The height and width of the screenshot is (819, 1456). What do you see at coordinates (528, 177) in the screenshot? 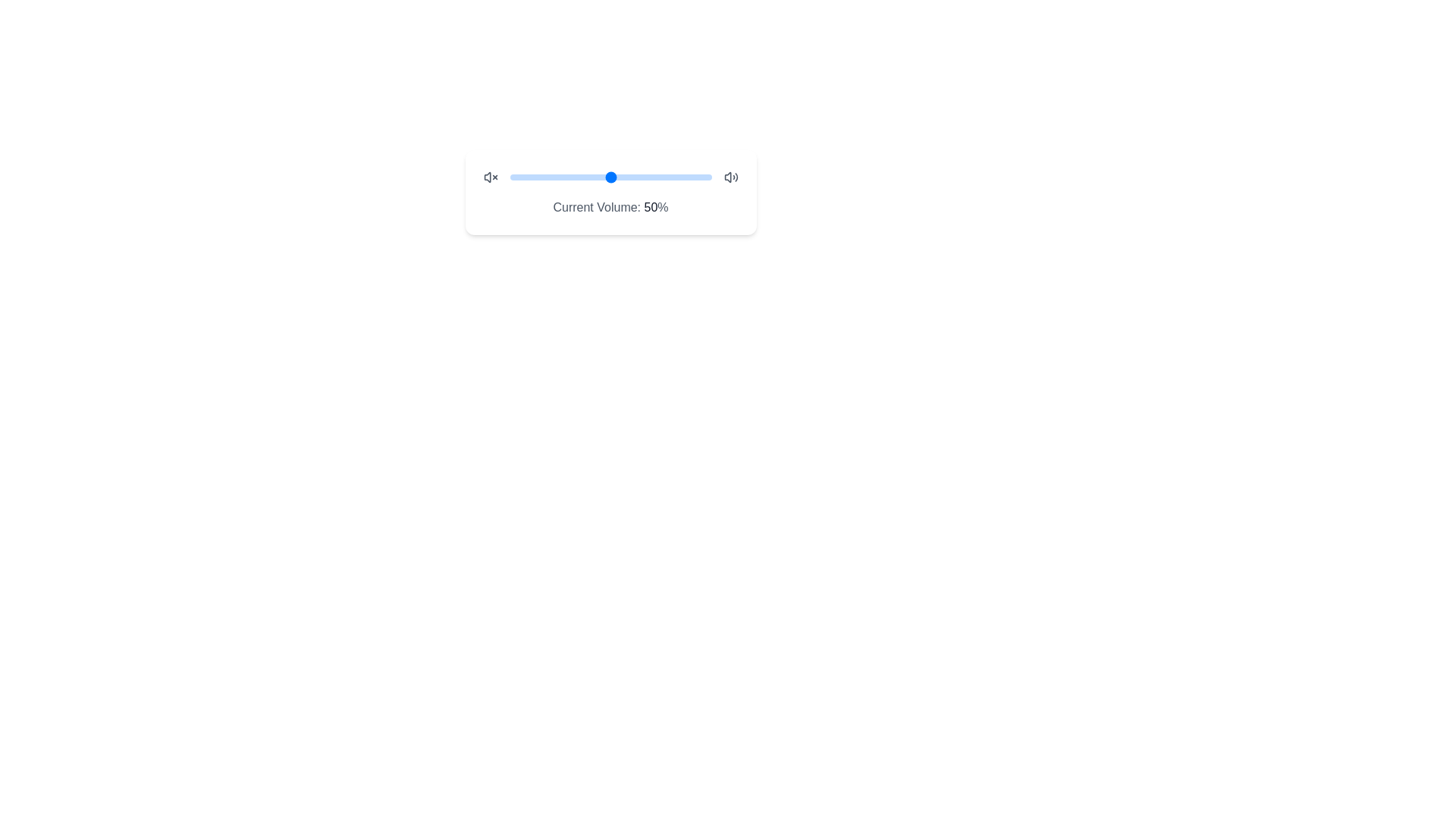
I see `the slider to set the volume to 9%` at bounding box center [528, 177].